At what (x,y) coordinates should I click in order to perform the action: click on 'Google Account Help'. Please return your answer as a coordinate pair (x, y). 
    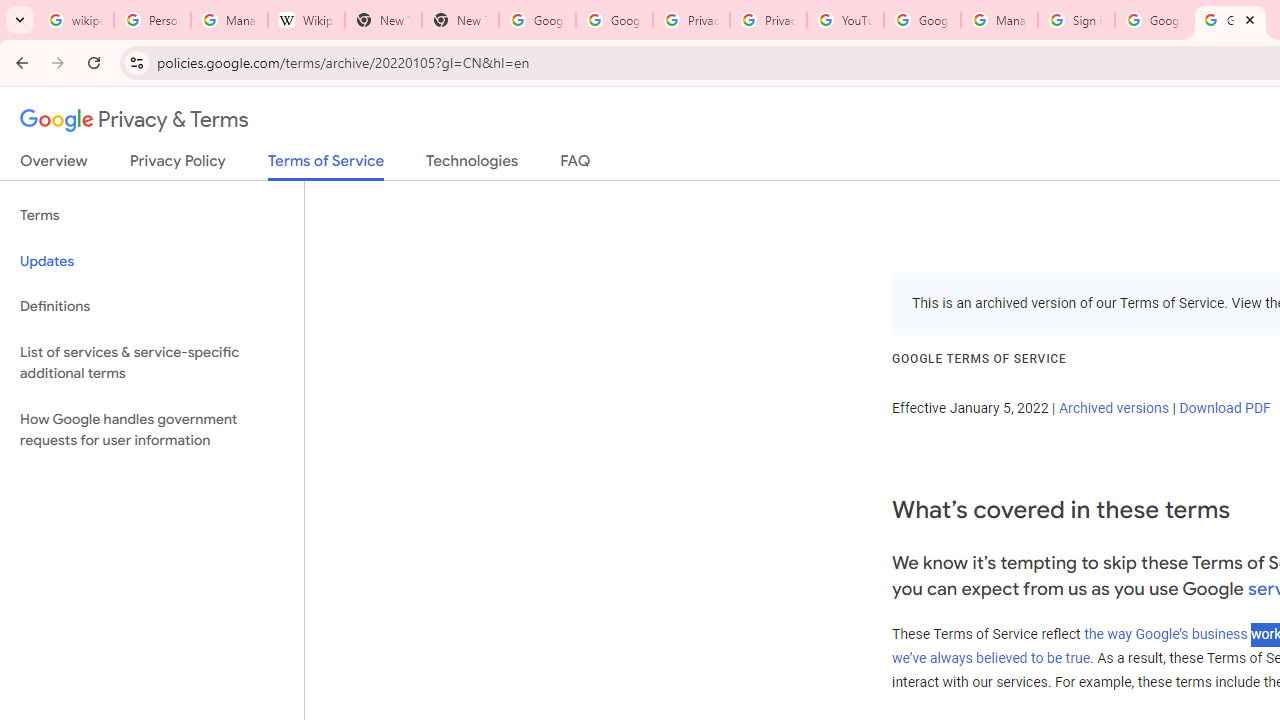
    Looking at the image, I should click on (921, 20).